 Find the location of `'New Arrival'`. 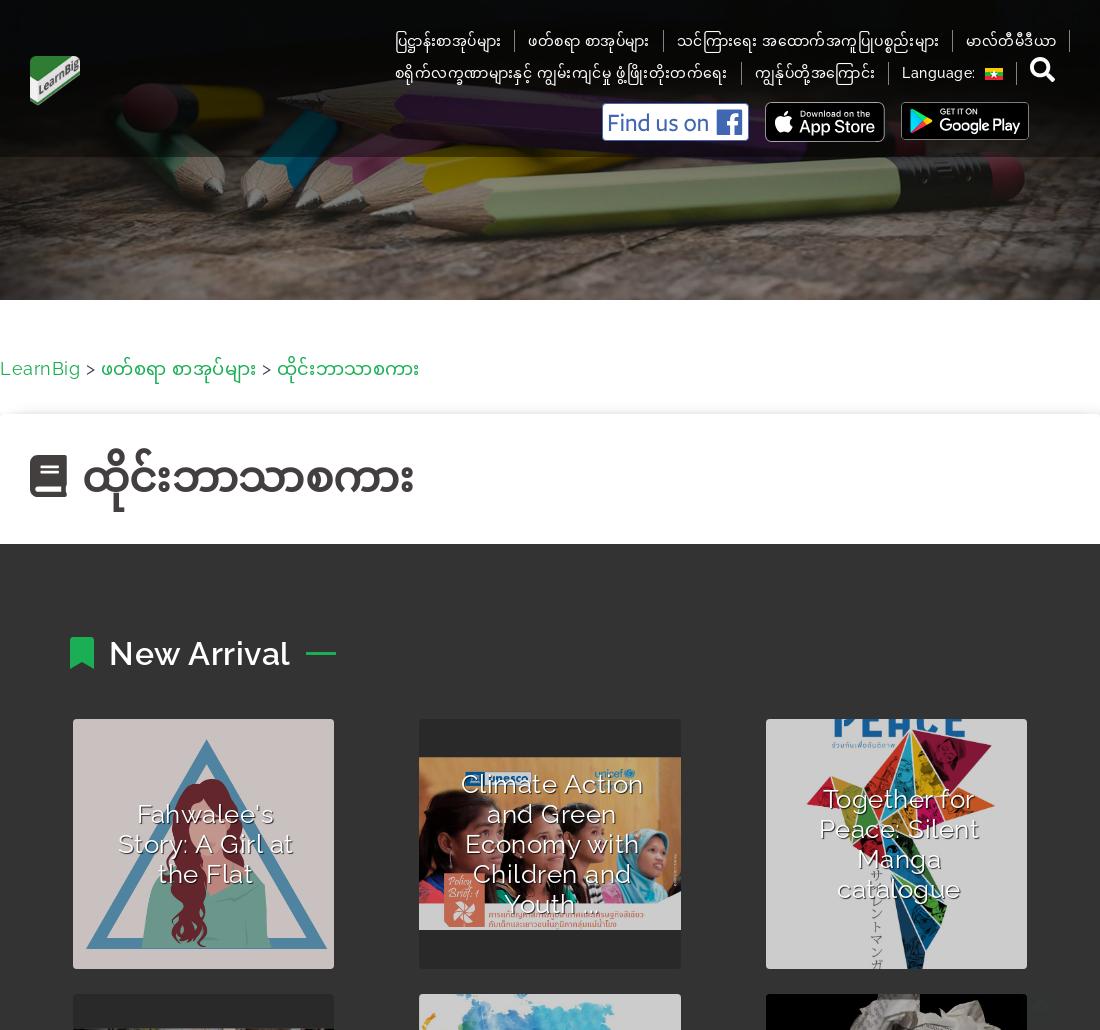

'New Arrival' is located at coordinates (198, 651).